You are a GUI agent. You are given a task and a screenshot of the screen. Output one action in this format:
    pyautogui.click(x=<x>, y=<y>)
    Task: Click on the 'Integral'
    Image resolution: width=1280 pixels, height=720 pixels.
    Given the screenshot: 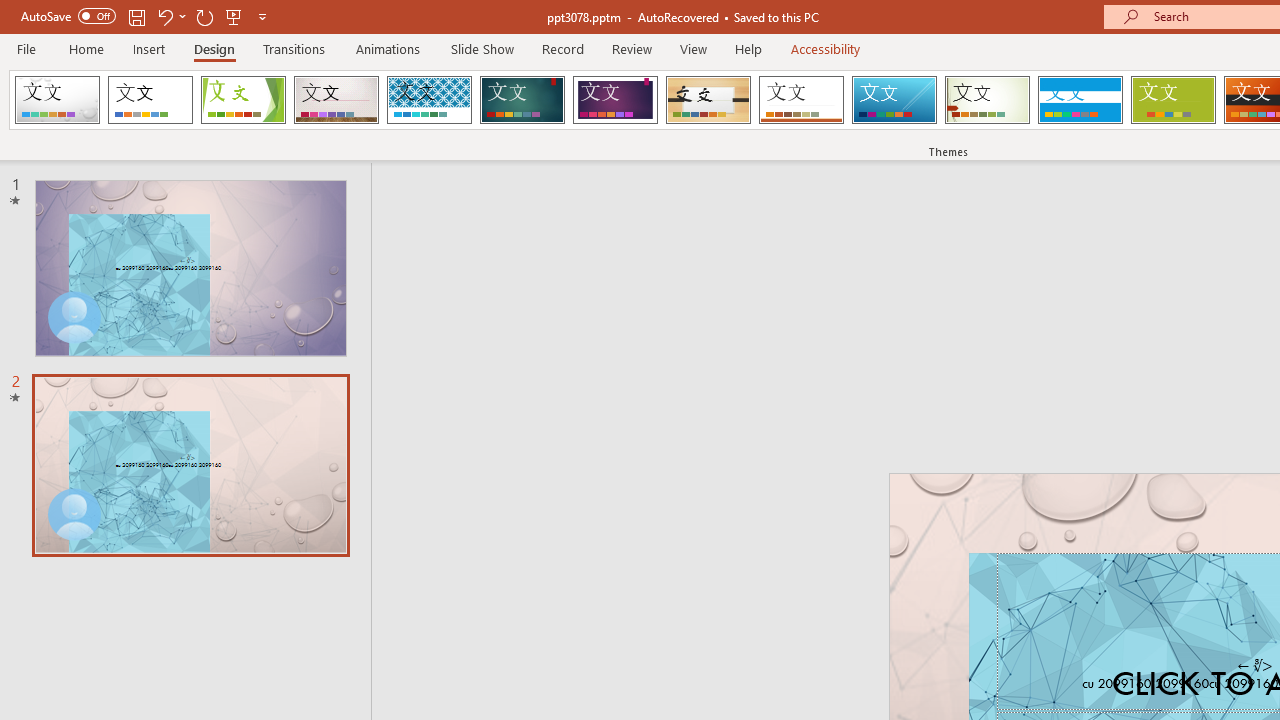 What is the action you would take?
    pyautogui.click(x=428, y=100)
    